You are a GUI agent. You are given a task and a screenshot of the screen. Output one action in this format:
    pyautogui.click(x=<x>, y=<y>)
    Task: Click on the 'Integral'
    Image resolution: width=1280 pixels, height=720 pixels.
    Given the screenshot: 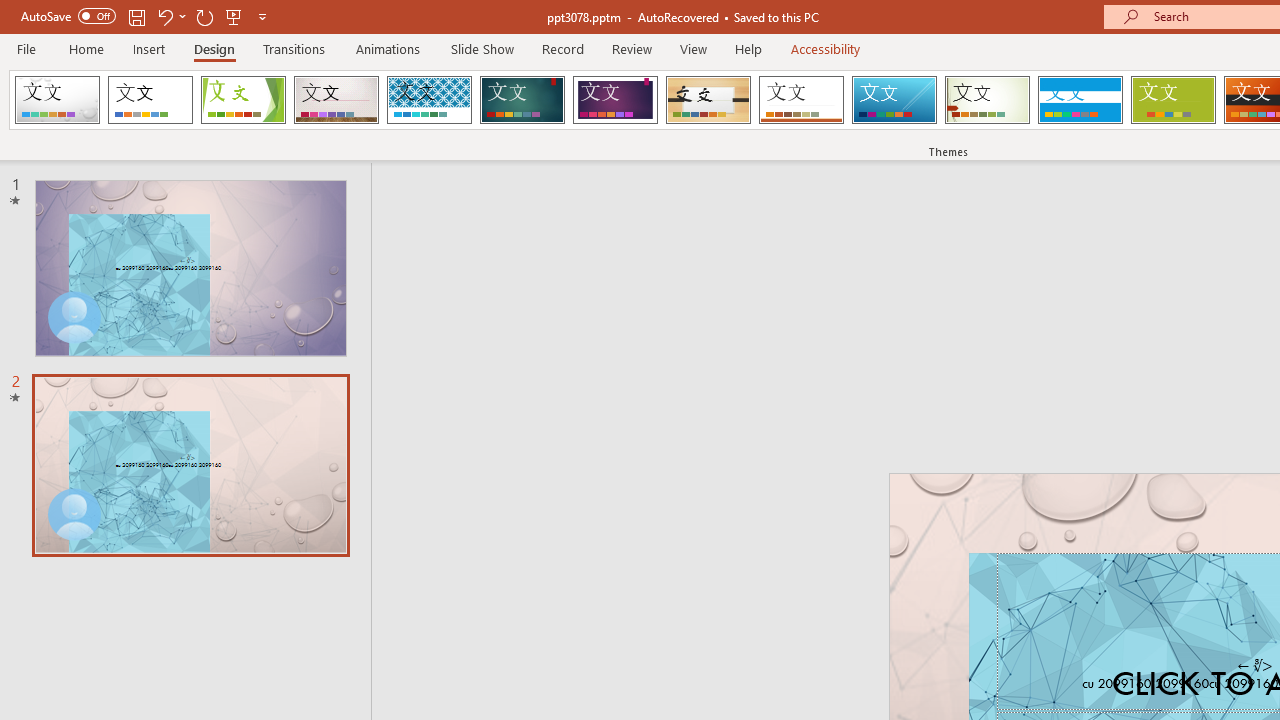 What is the action you would take?
    pyautogui.click(x=428, y=100)
    